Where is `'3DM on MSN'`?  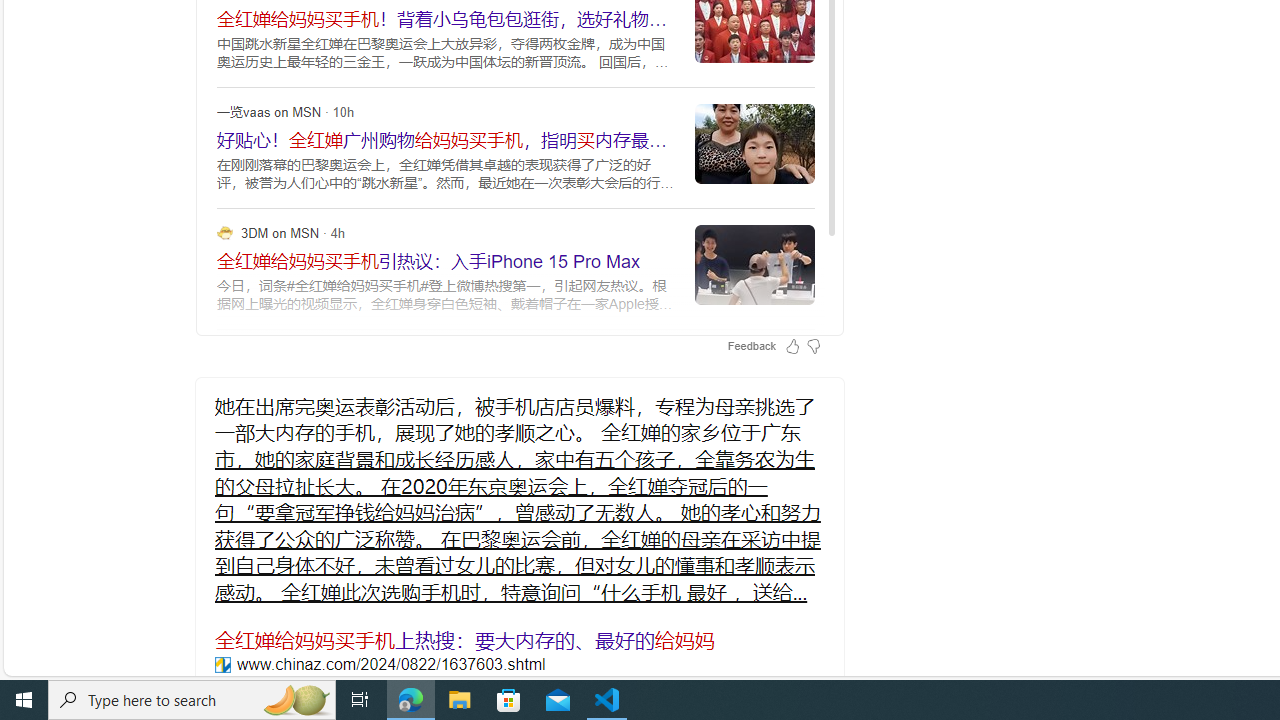 '3DM on MSN' is located at coordinates (225, 231).